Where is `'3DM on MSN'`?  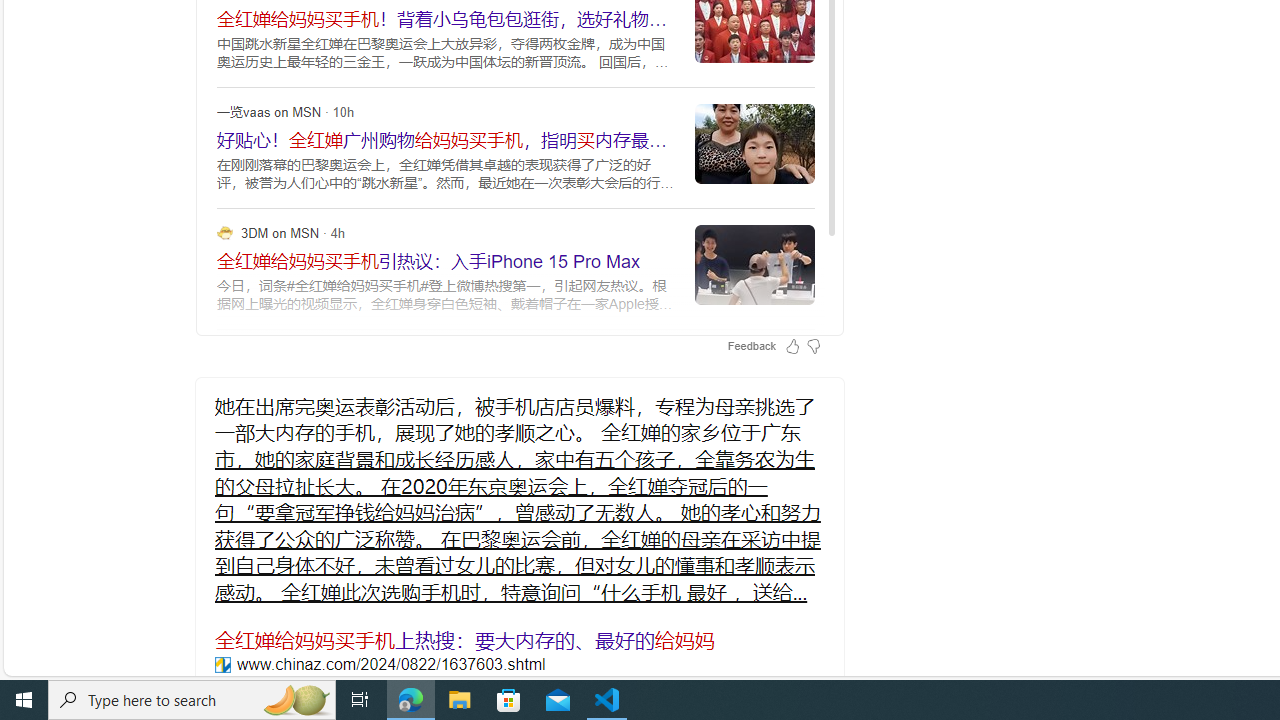 '3DM on MSN' is located at coordinates (225, 231).